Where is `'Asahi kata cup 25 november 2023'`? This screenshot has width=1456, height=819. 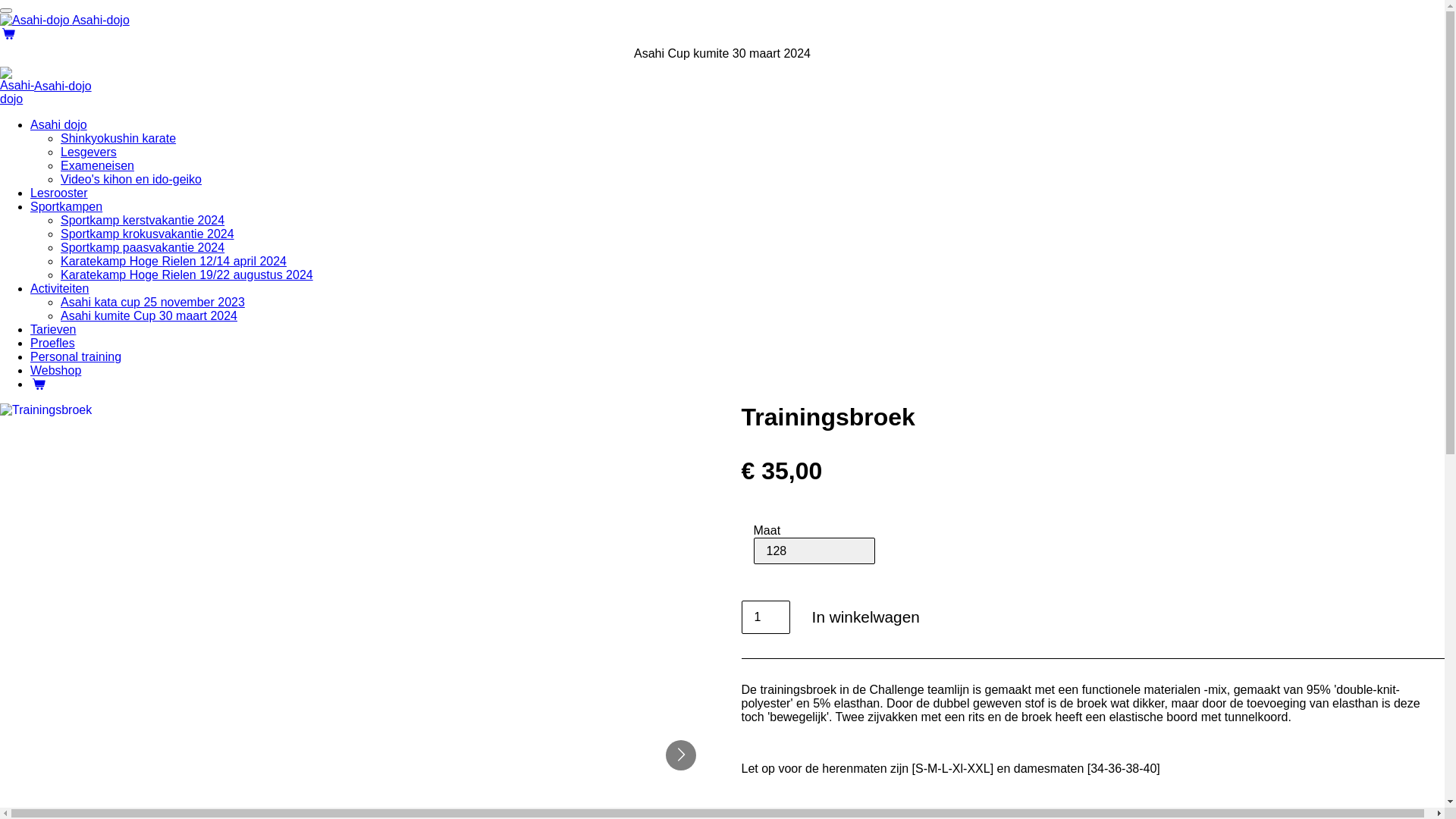 'Asahi kata cup 25 november 2023' is located at coordinates (61, 302).